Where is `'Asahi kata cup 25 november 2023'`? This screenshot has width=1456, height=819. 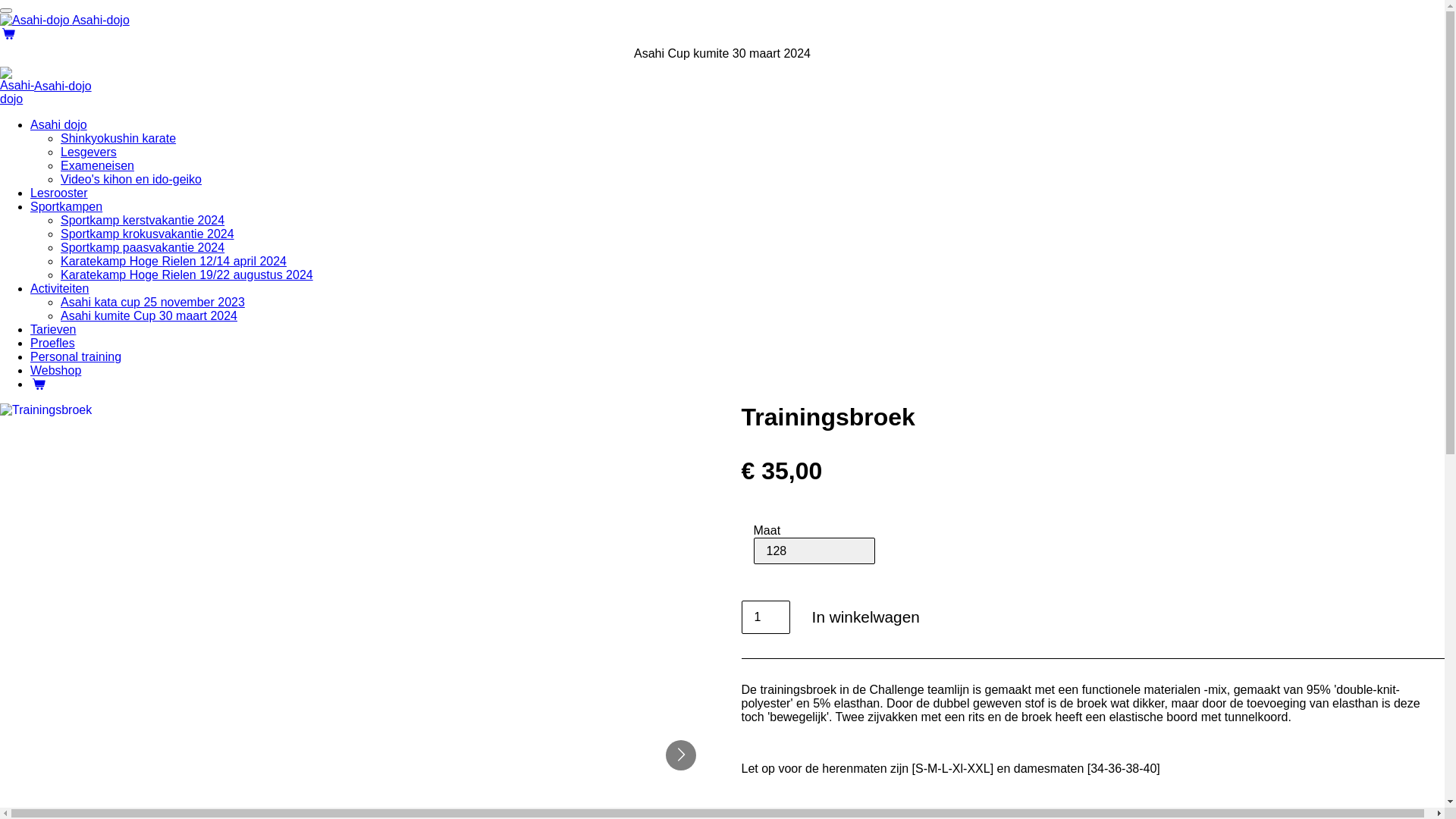 'Asahi kata cup 25 november 2023' is located at coordinates (61, 302).